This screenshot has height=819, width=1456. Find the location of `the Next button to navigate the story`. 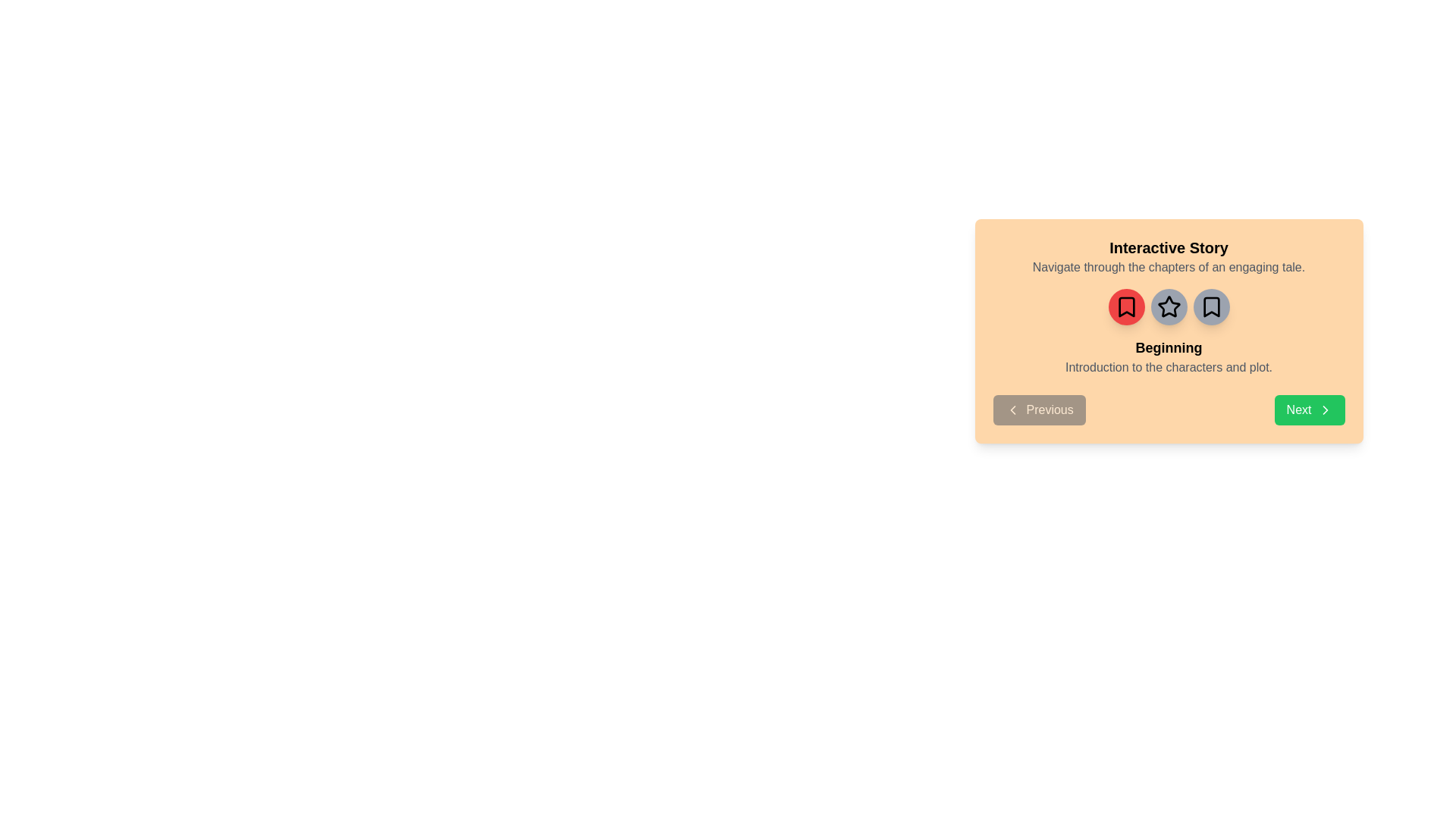

the Next button to navigate the story is located at coordinates (1309, 409).